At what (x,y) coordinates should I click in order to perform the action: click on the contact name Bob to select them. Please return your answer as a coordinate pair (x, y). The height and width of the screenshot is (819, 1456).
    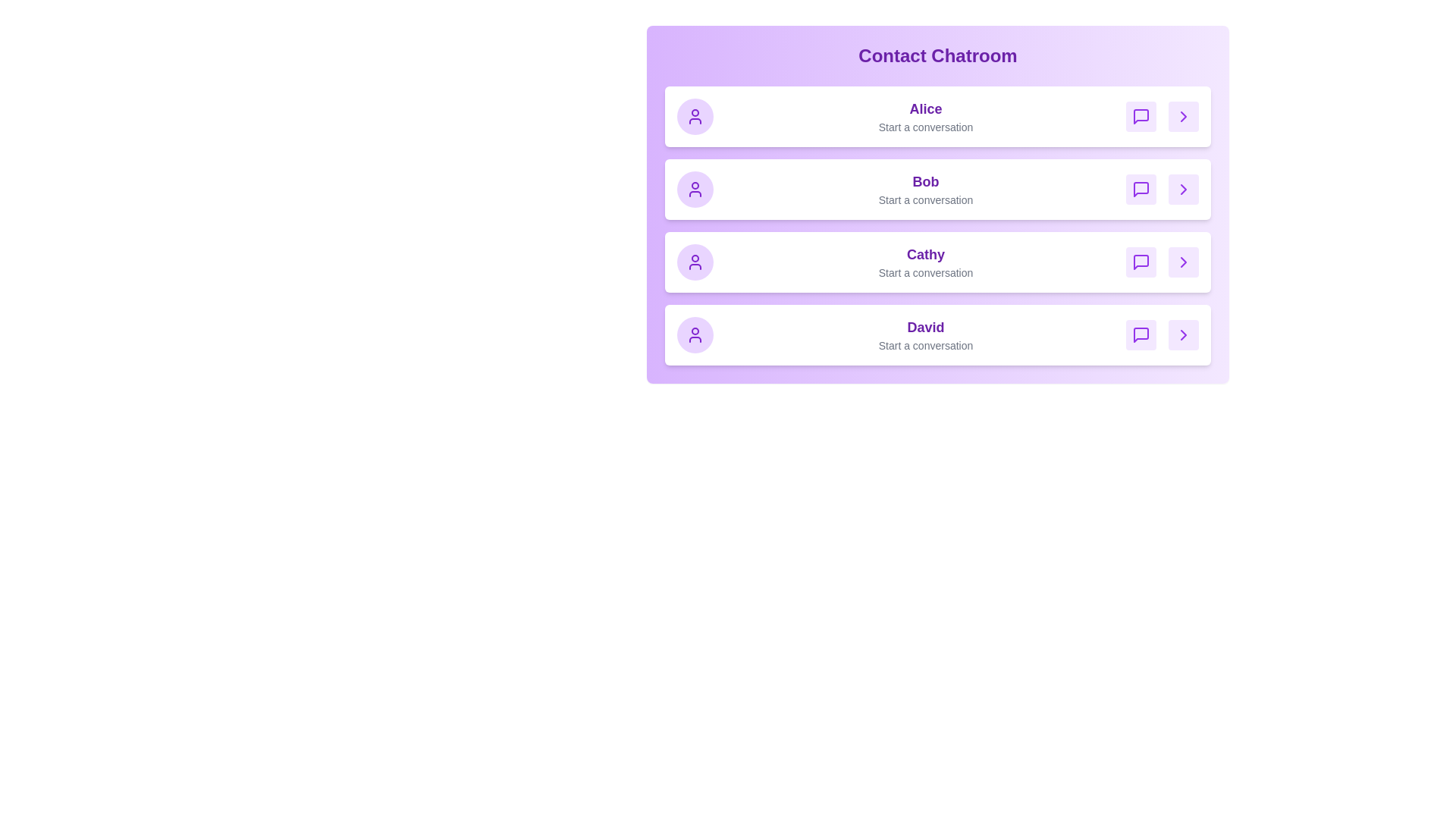
    Looking at the image, I should click on (924, 180).